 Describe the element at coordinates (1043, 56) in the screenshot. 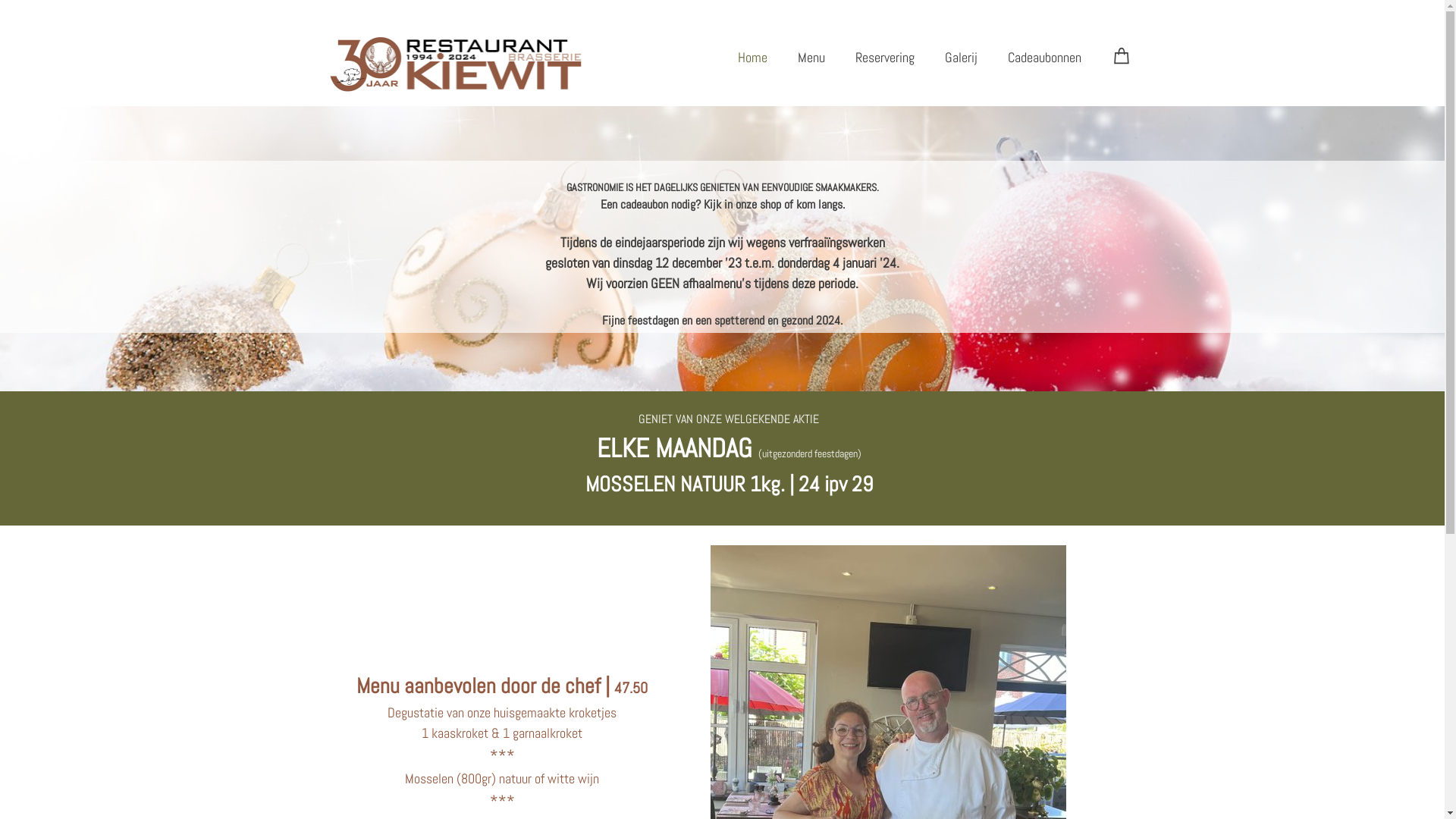

I see `'Cadeaubonnen'` at that location.